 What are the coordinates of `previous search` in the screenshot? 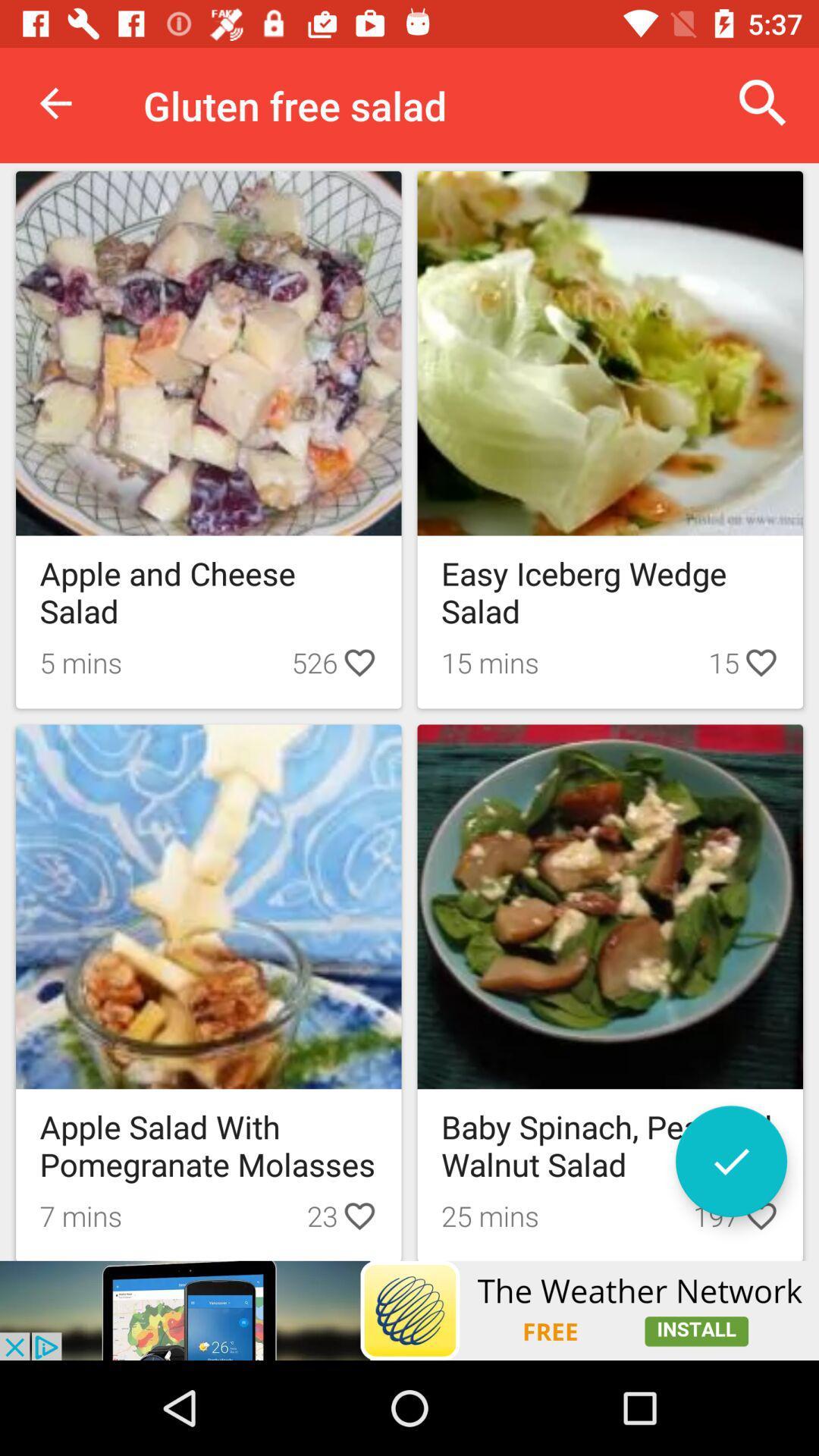 It's located at (730, 1160).